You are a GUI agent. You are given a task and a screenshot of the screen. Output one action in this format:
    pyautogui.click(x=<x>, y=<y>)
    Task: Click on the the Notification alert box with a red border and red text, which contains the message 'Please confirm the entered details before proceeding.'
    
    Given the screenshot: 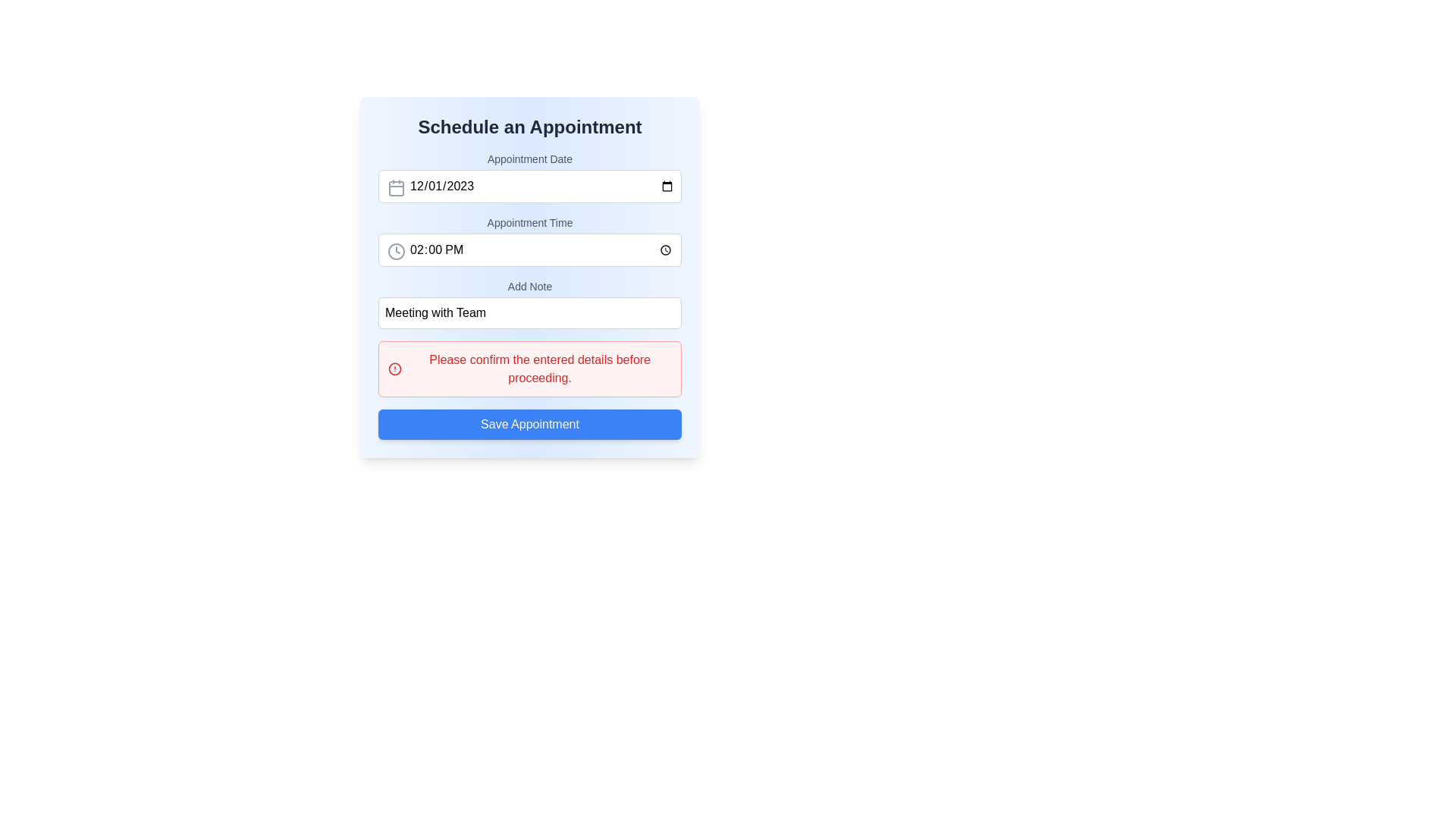 What is the action you would take?
    pyautogui.click(x=530, y=369)
    